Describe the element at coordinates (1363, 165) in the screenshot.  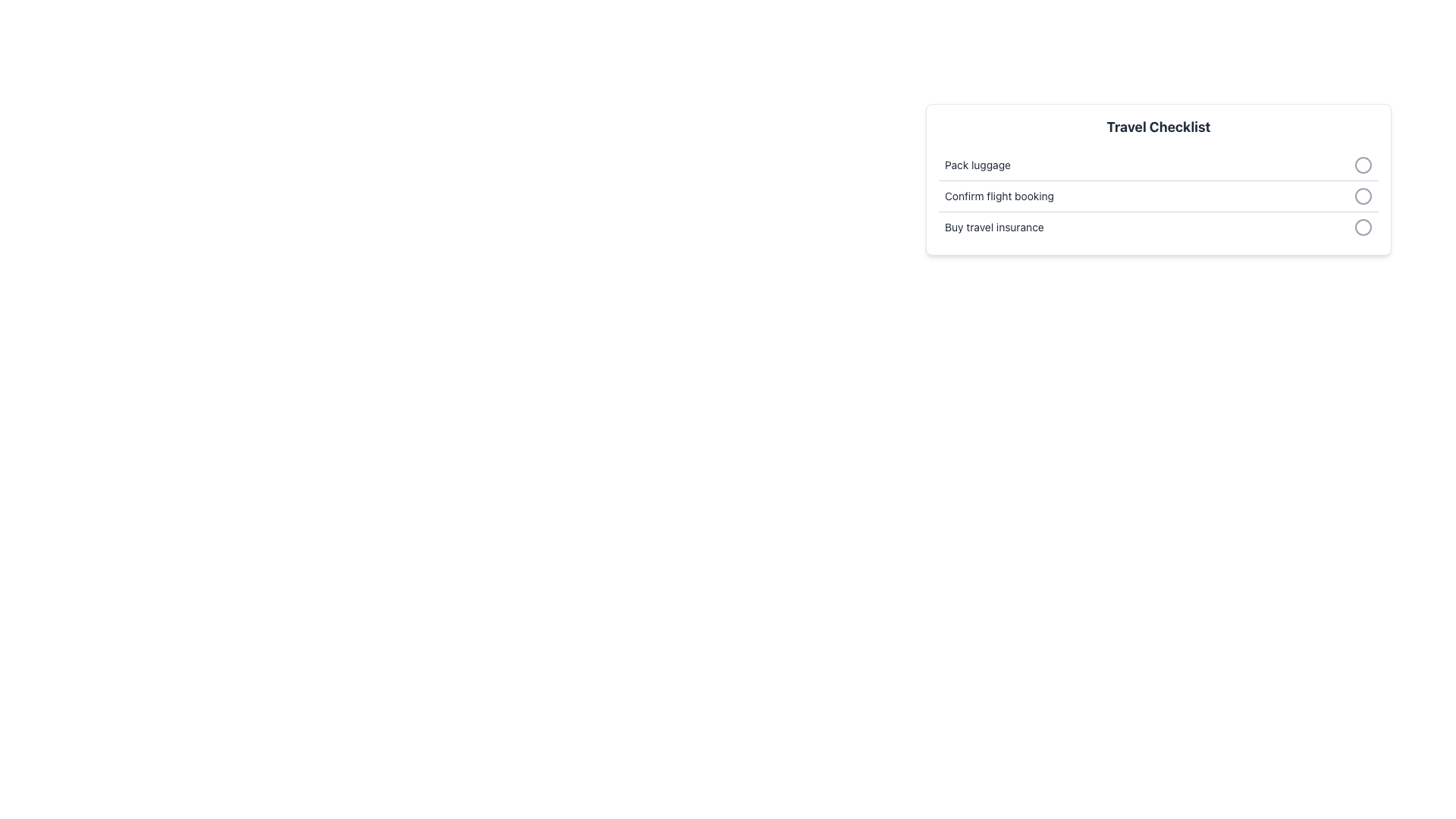
I see `the checkbox or toggle button located to the right of the 'Pack luggage' checklist item` at that location.